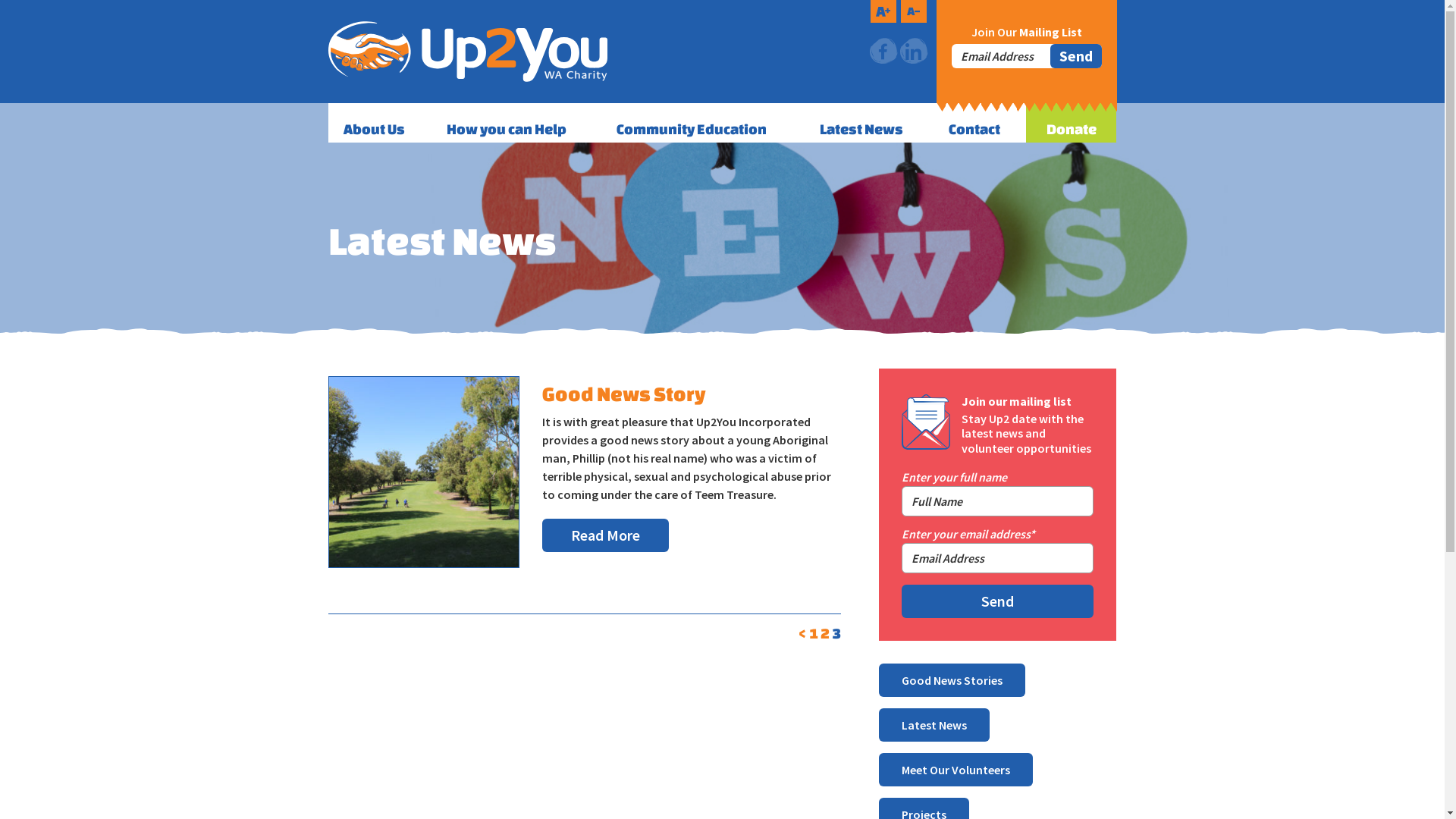 Image resolution: width=1456 pixels, height=819 pixels. What do you see at coordinates (979, 122) in the screenshot?
I see `'Contact'` at bounding box center [979, 122].